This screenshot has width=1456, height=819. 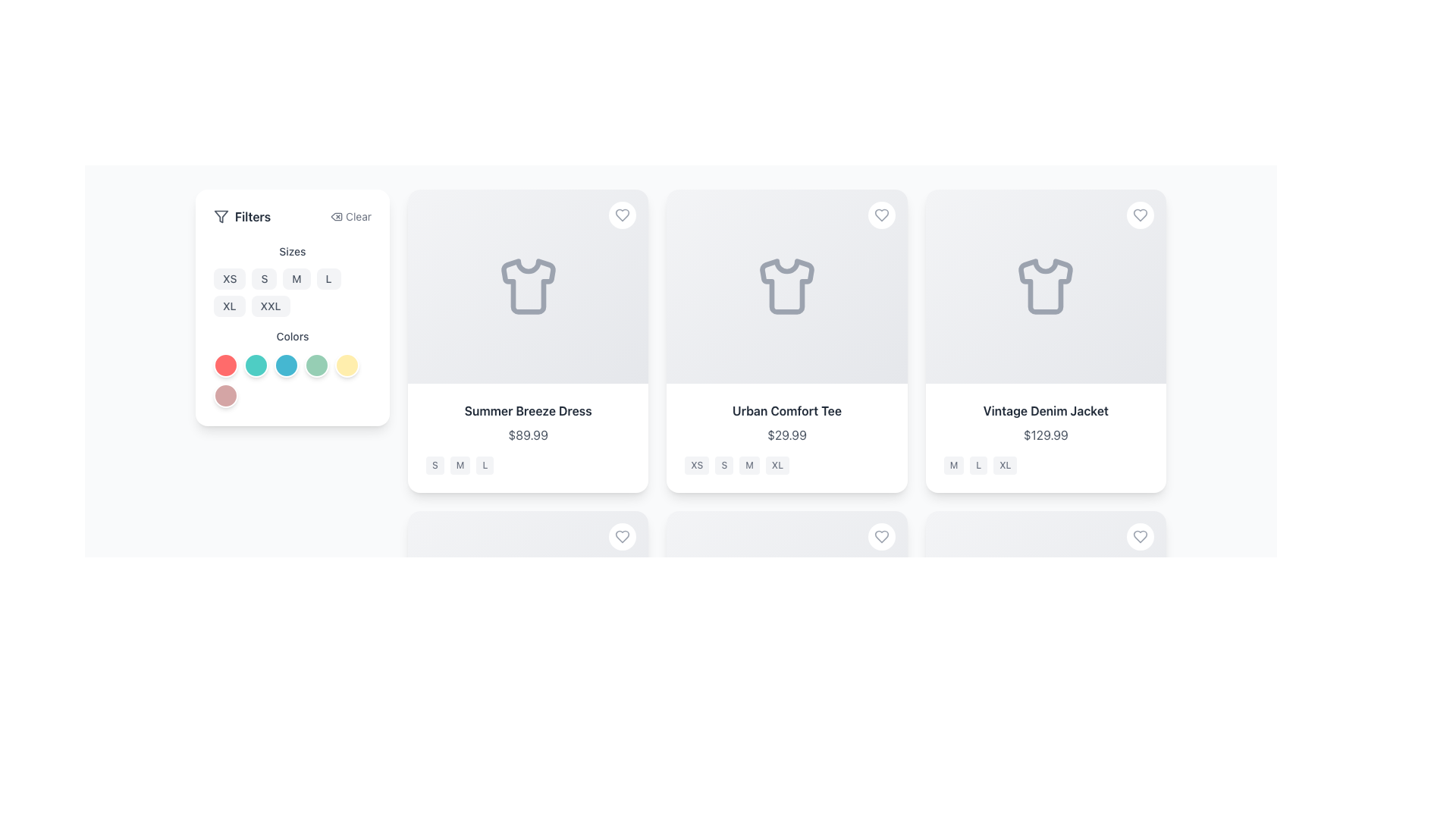 I want to click on the price label displaying '$129.99' for the product 'Vintage Denim Jacket', which is located below the product name and above the size options, so click(x=1045, y=435).